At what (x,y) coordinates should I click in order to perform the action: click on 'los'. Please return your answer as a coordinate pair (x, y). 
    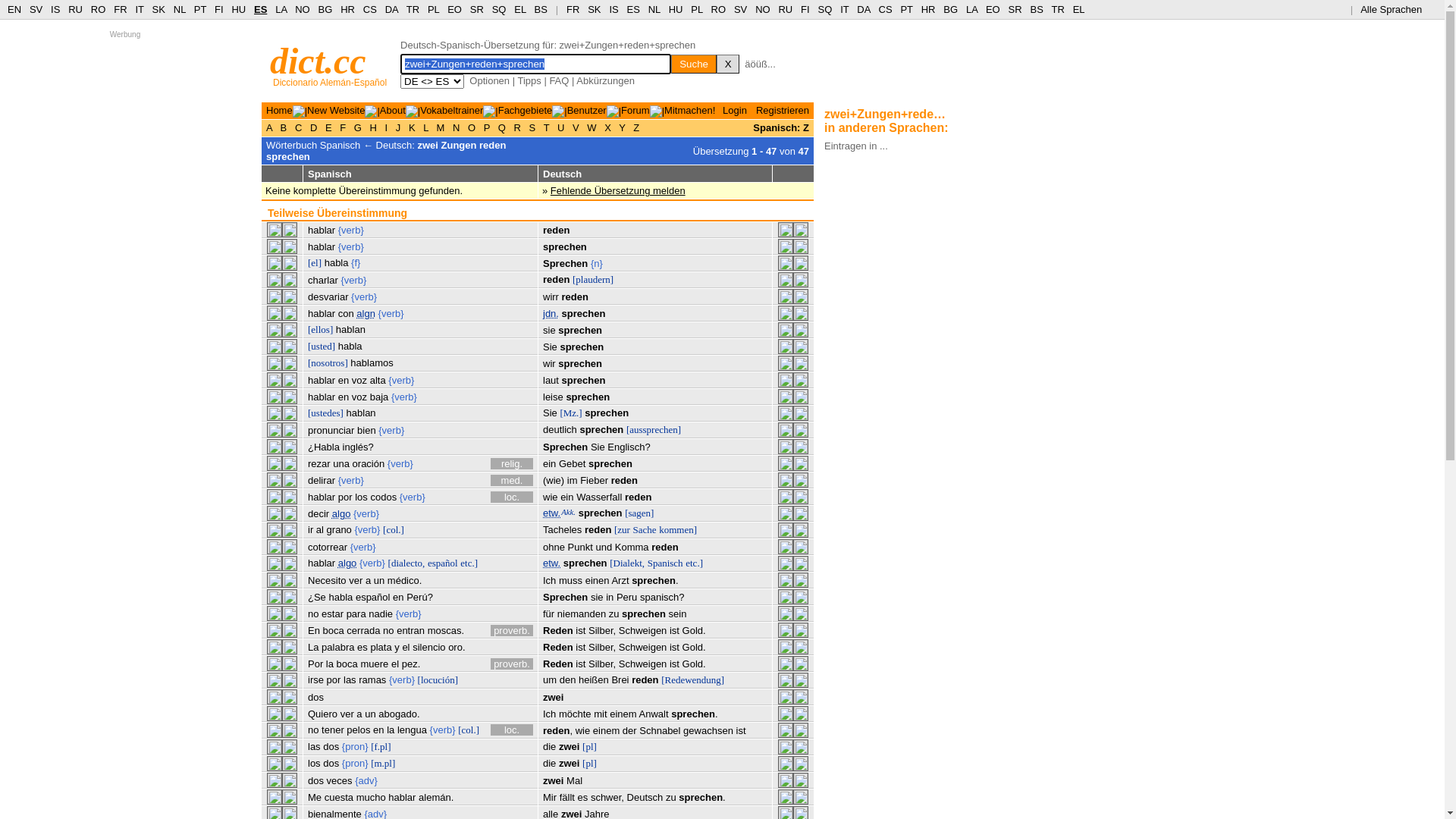
    Looking at the image, I should click on (307, 763).